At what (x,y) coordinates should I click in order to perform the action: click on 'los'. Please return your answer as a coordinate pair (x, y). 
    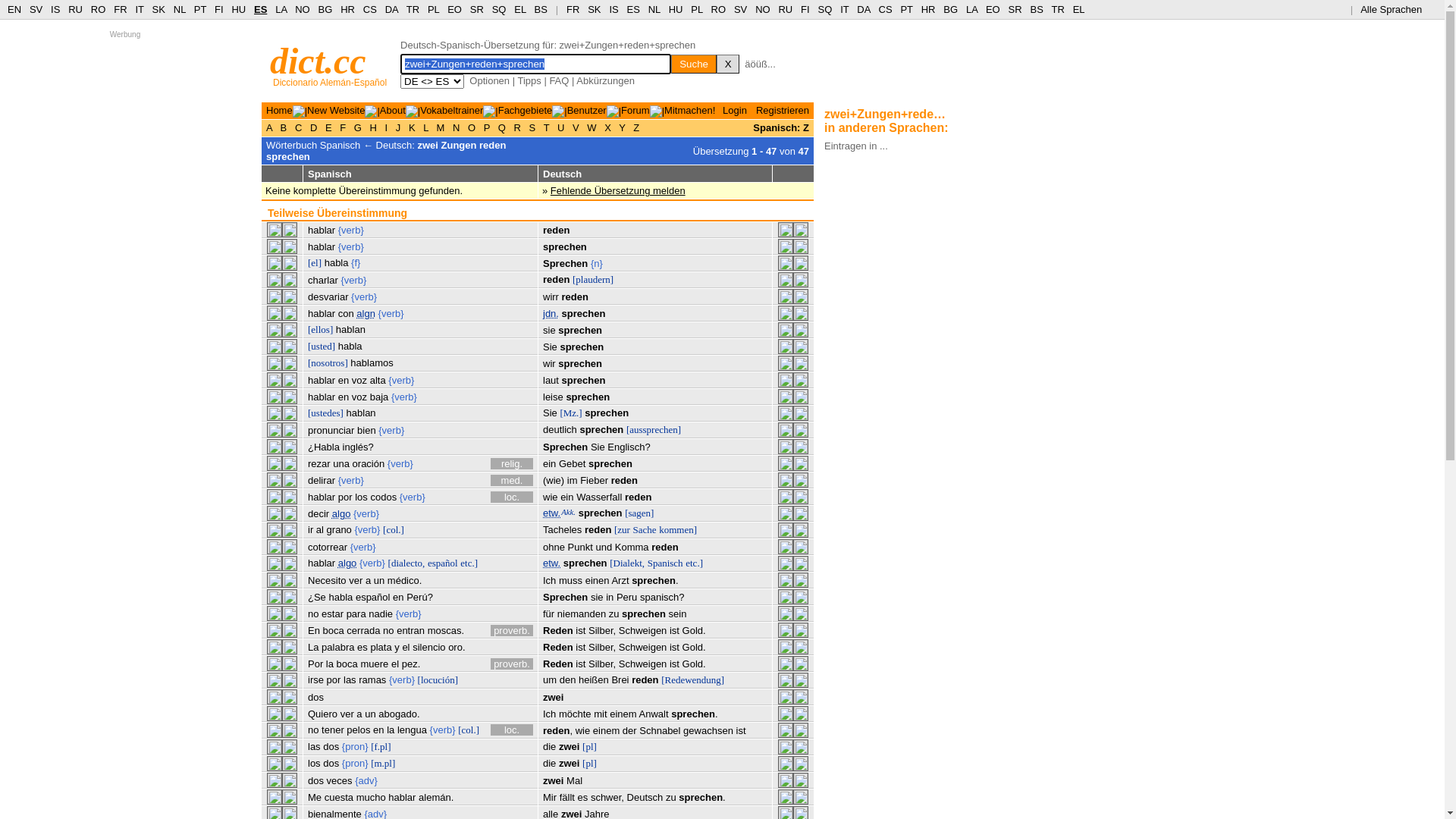
    Looking at the image, I should click on (307, 763).